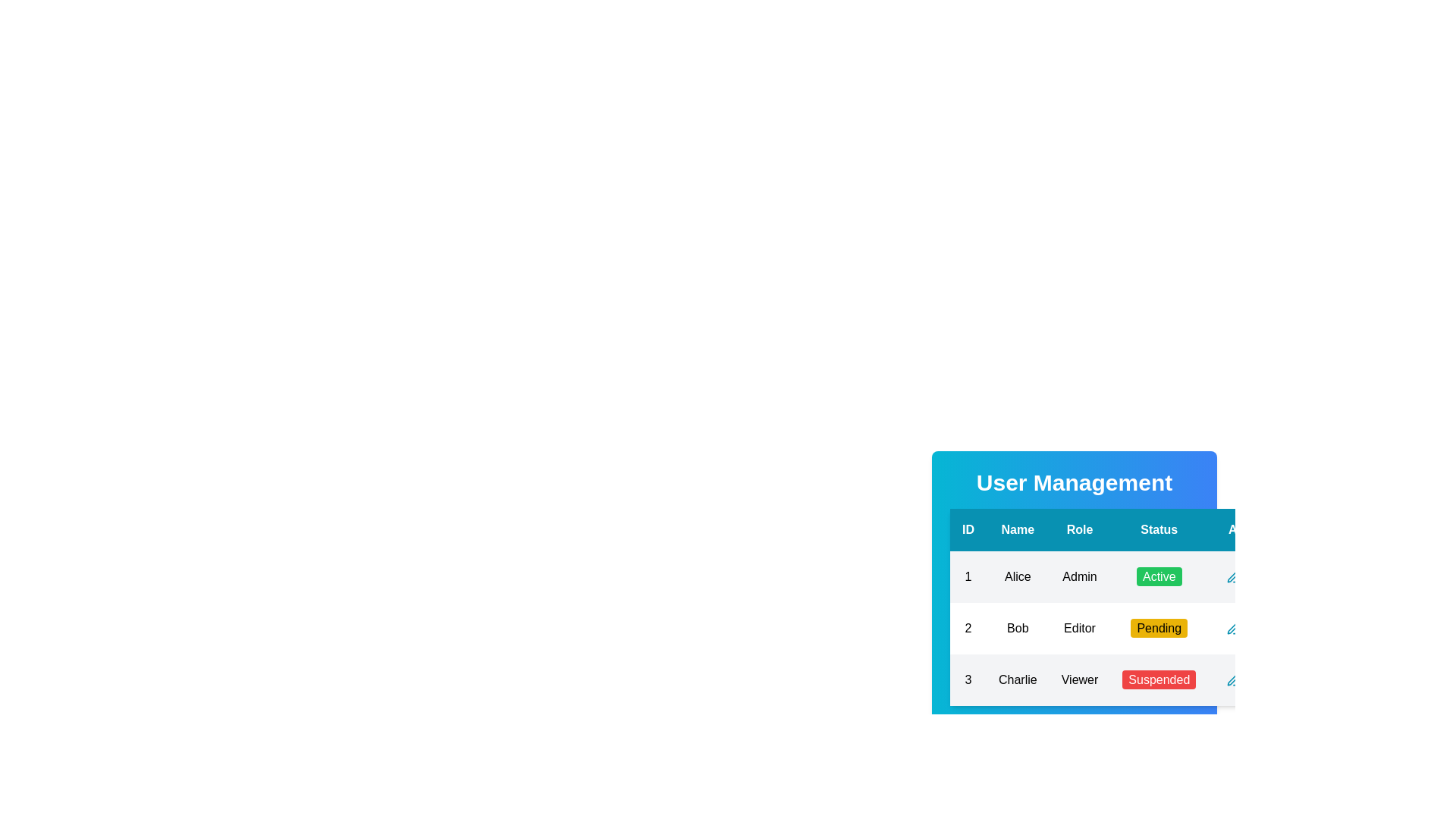 The width and height of the screenshot is (1456, 819). I want to click on the rectangular button with a red background and white text labeled 'Suspended' in the 'Status' column of the third row in the 'User Management' panel, so click(1158, 679).